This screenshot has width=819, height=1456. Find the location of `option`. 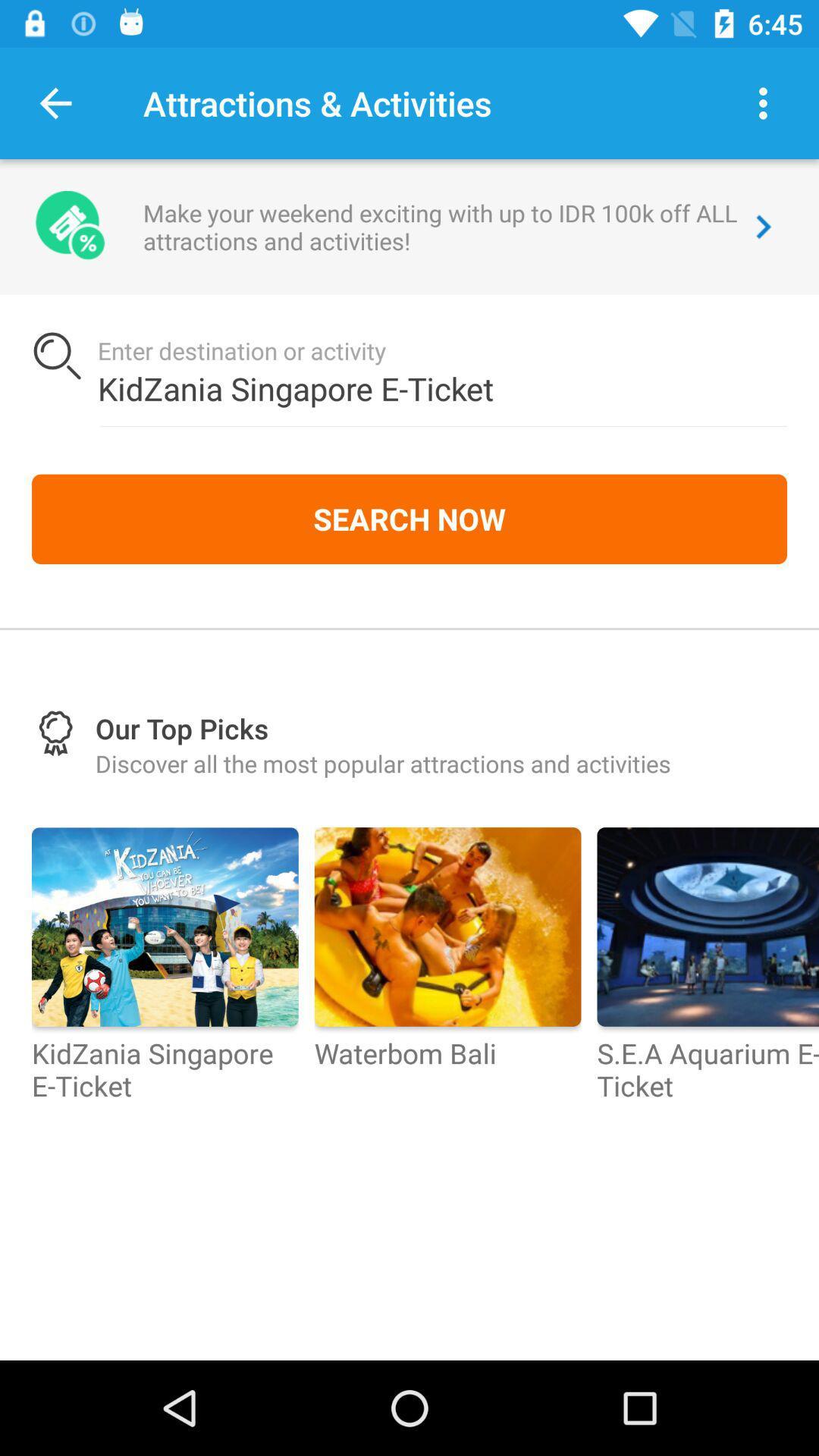

option is located at coordinates (763, 102).